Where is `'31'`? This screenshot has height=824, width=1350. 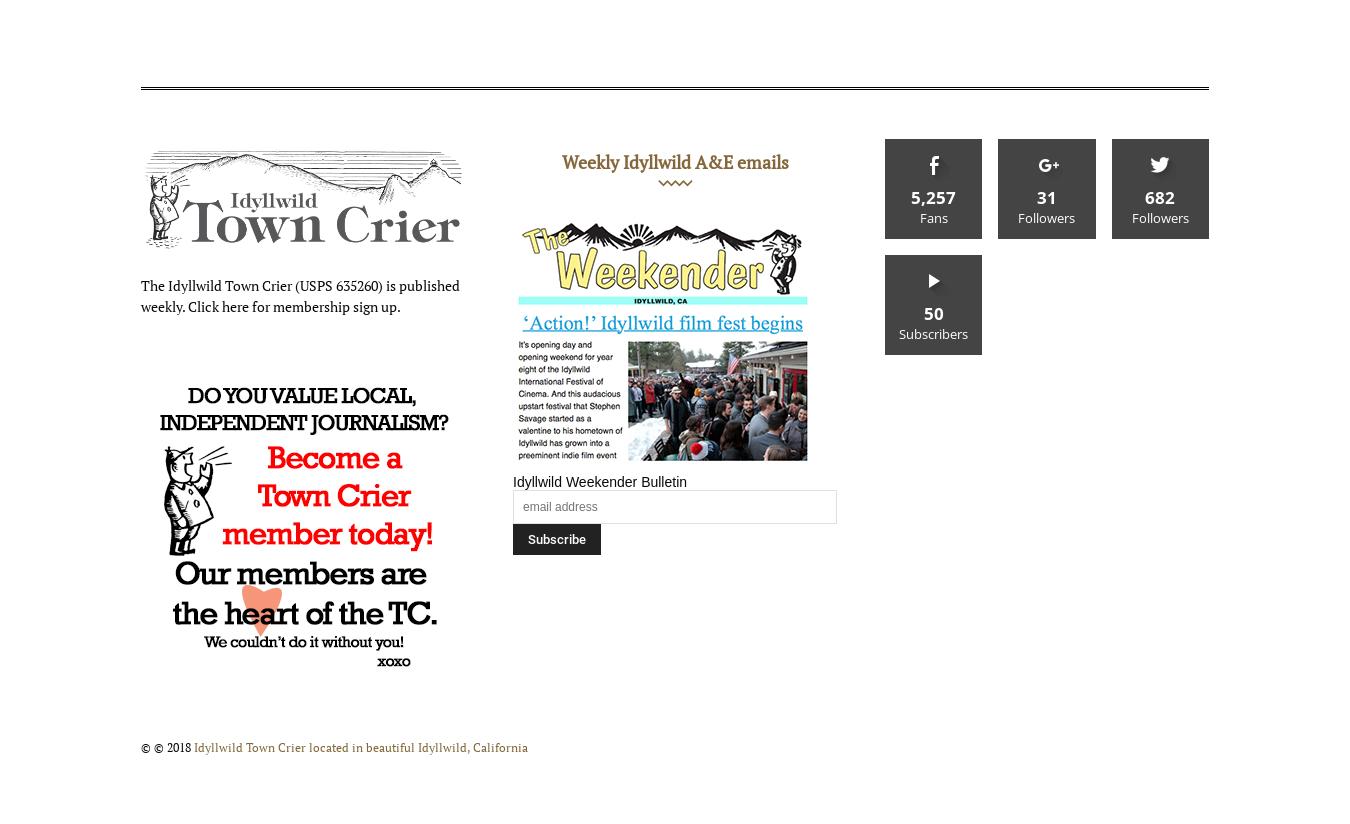
'31' is located at coordinates (1035, 197).